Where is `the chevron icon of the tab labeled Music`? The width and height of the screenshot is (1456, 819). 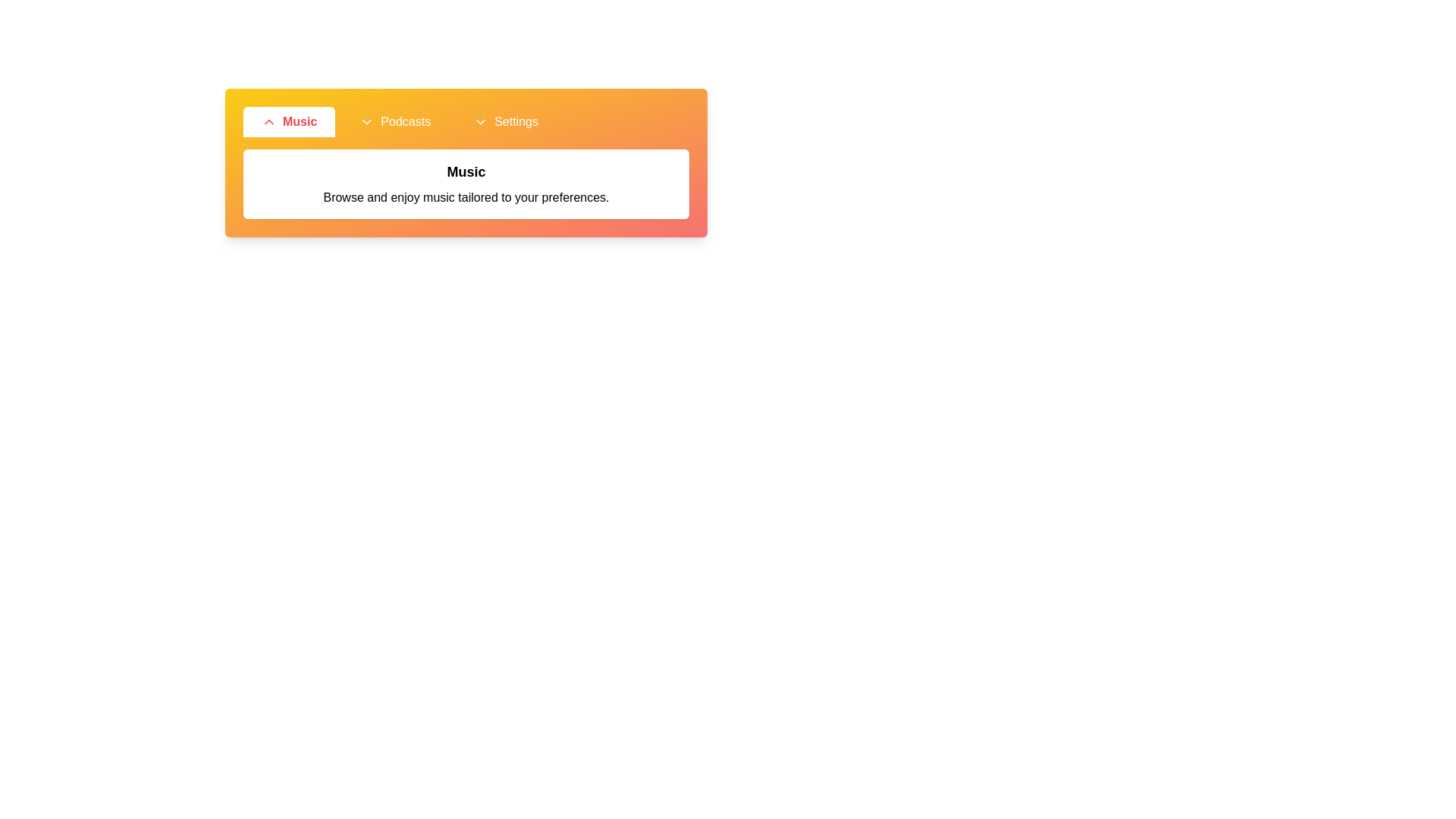
the chevron icon of the tab labeled Music is located at coordinates (269, 121).